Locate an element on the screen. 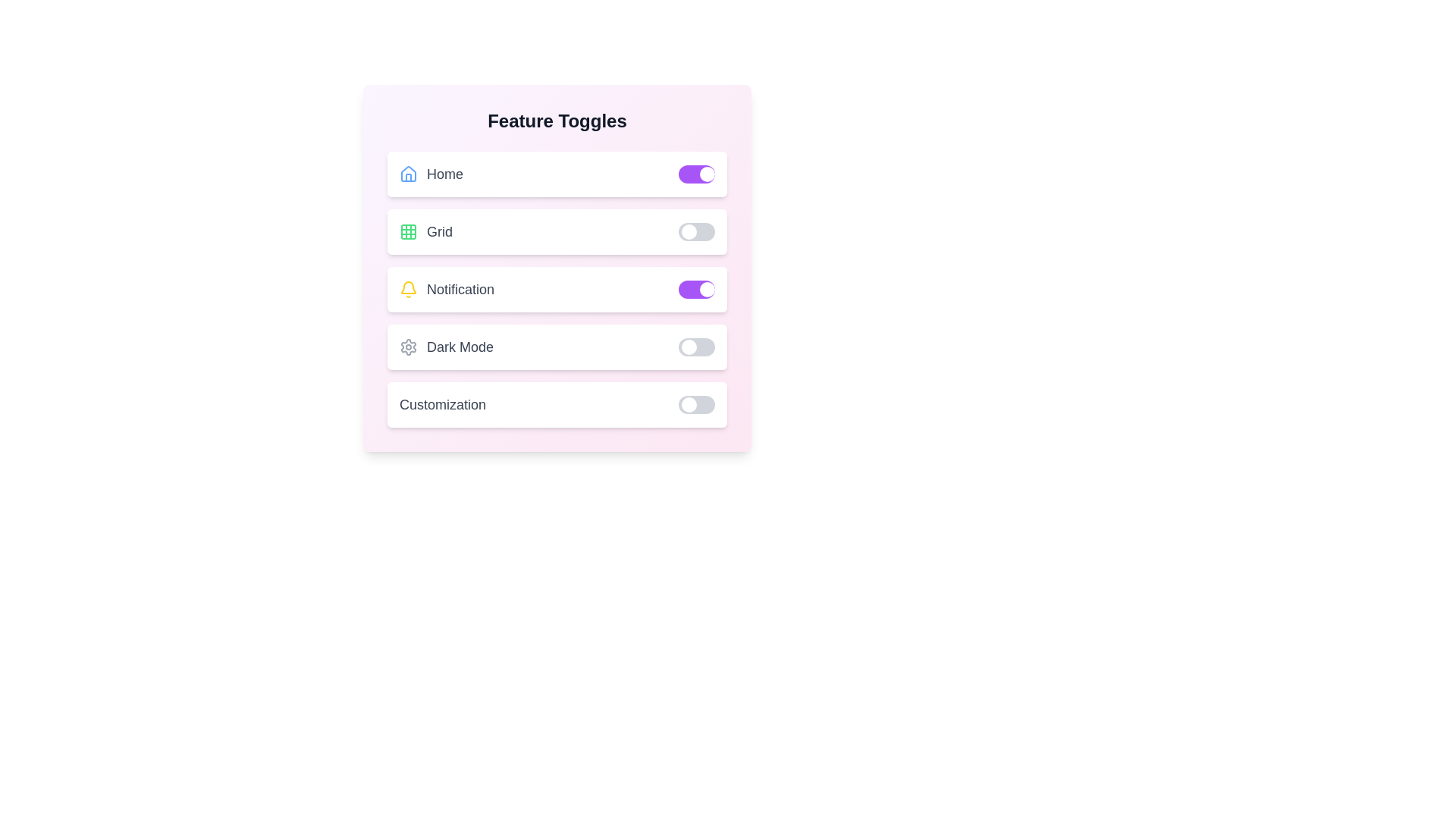  the decorative bell icon representing the notification feature, located within the bell icon in the vertical list under the 'Notification' label is located at coordinates (408, 287).